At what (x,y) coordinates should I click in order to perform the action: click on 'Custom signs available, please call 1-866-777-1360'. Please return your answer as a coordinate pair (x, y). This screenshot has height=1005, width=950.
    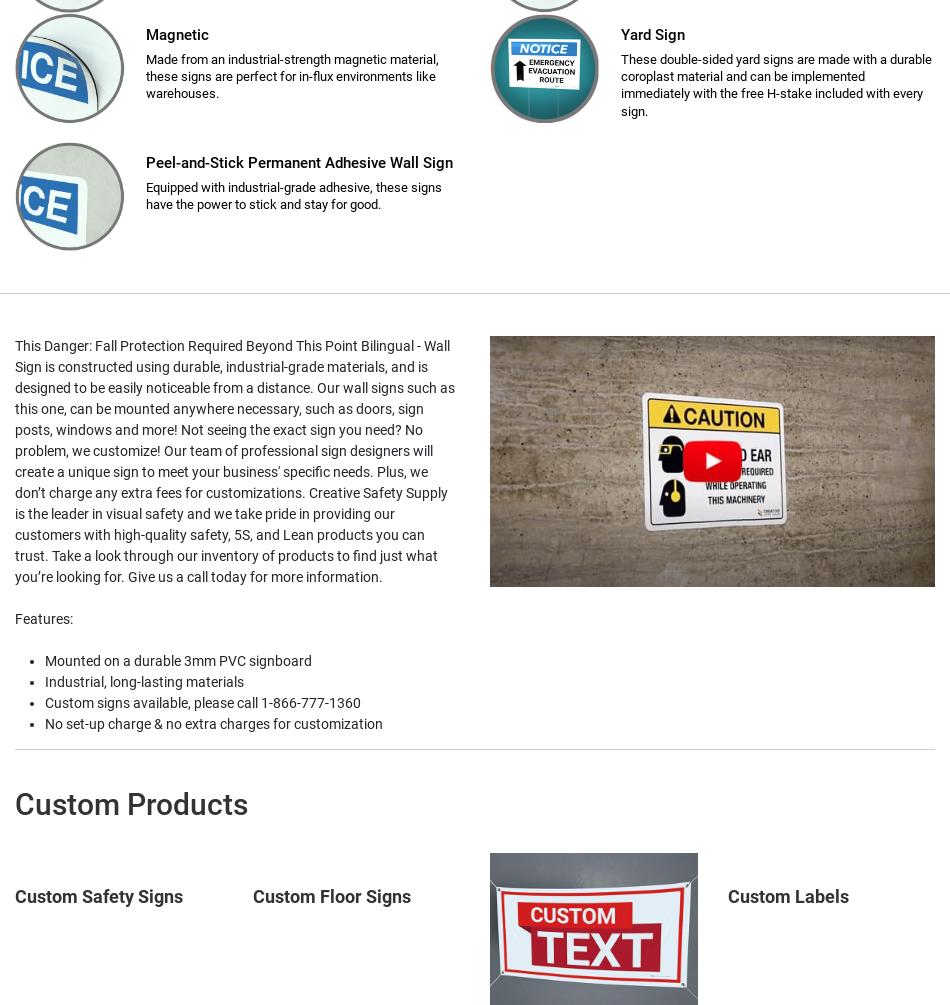
    Looking at the image, I should click on (203, 702).